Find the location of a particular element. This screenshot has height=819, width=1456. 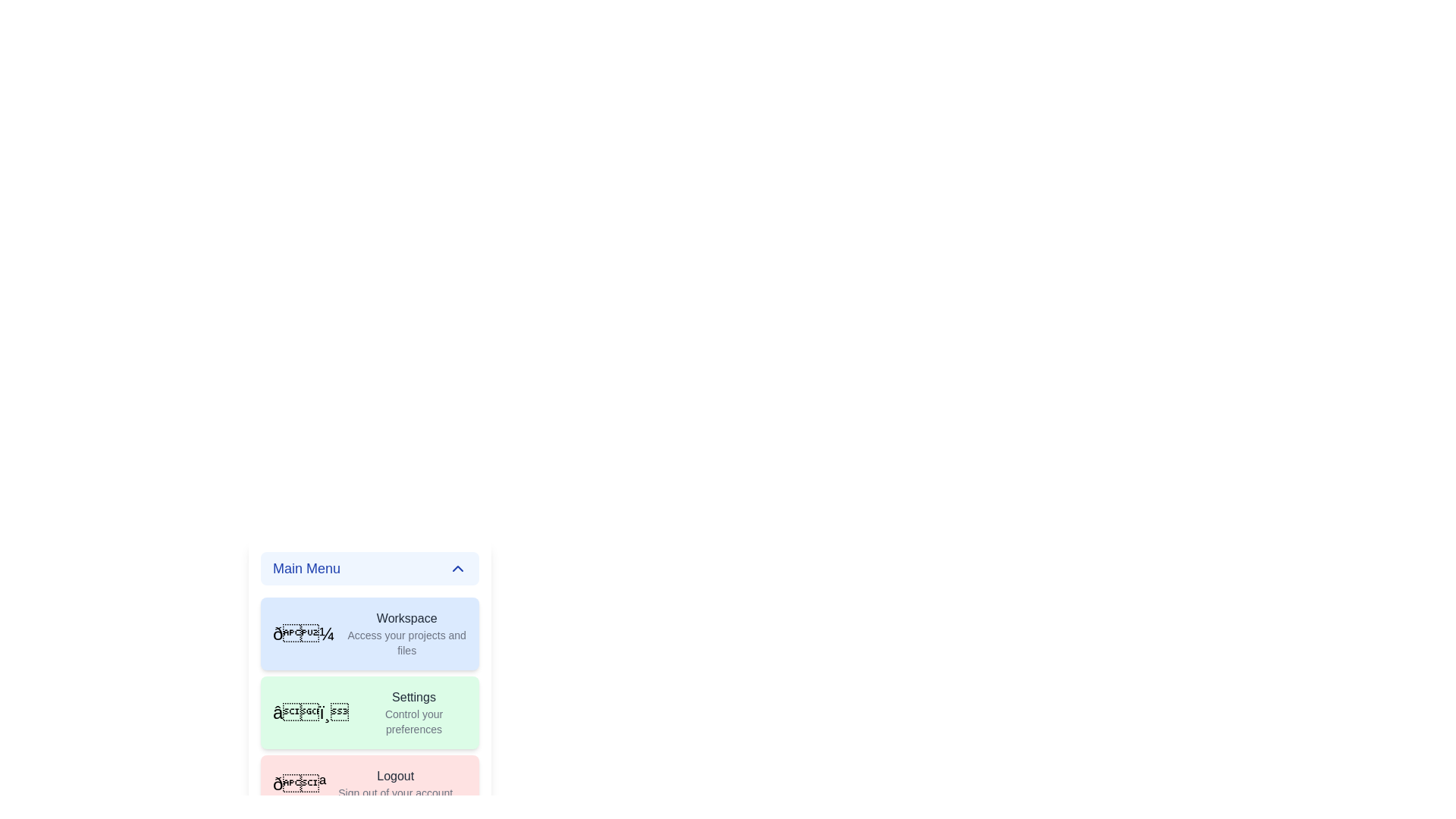

the text label representing the logout functionality in the Main Menu, located at the bottom-most section above the 'Sign out of your account' text is located at coordinates (395, 776).